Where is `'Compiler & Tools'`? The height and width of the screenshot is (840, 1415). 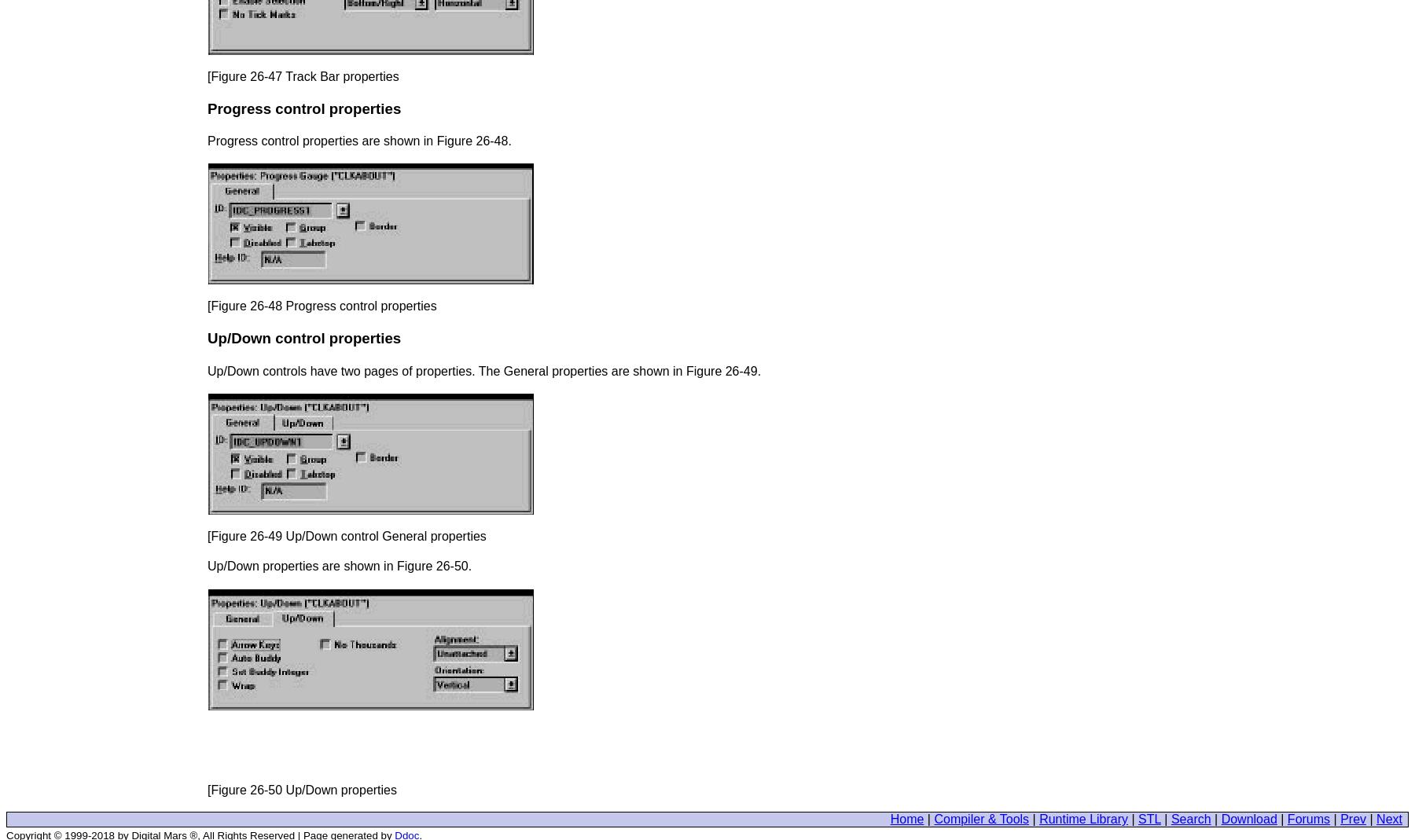 'Compiler & Tools' is located at coordinates (981, 819).